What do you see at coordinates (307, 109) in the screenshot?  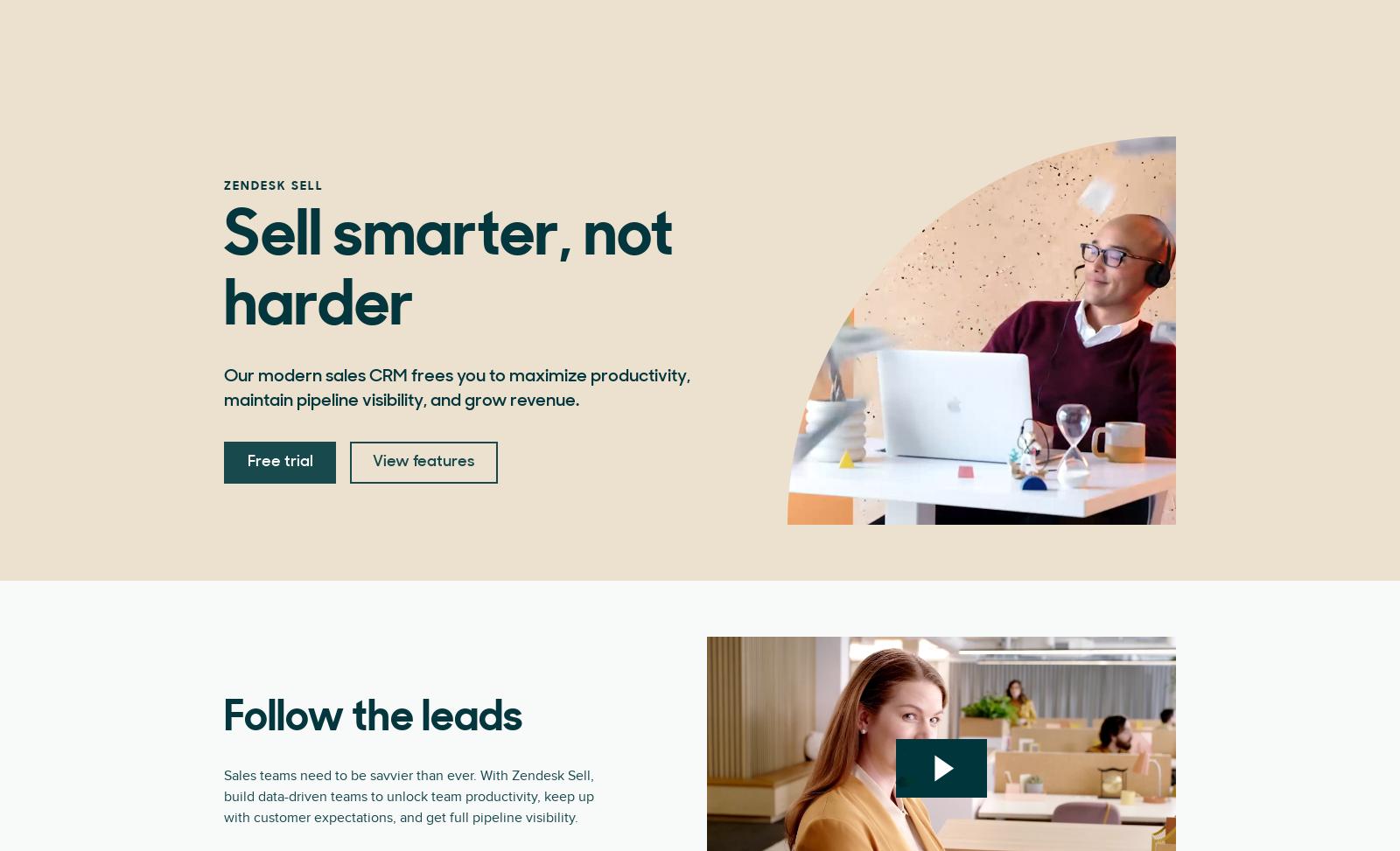 I see `'$19'` at bounding box center [307, 109].